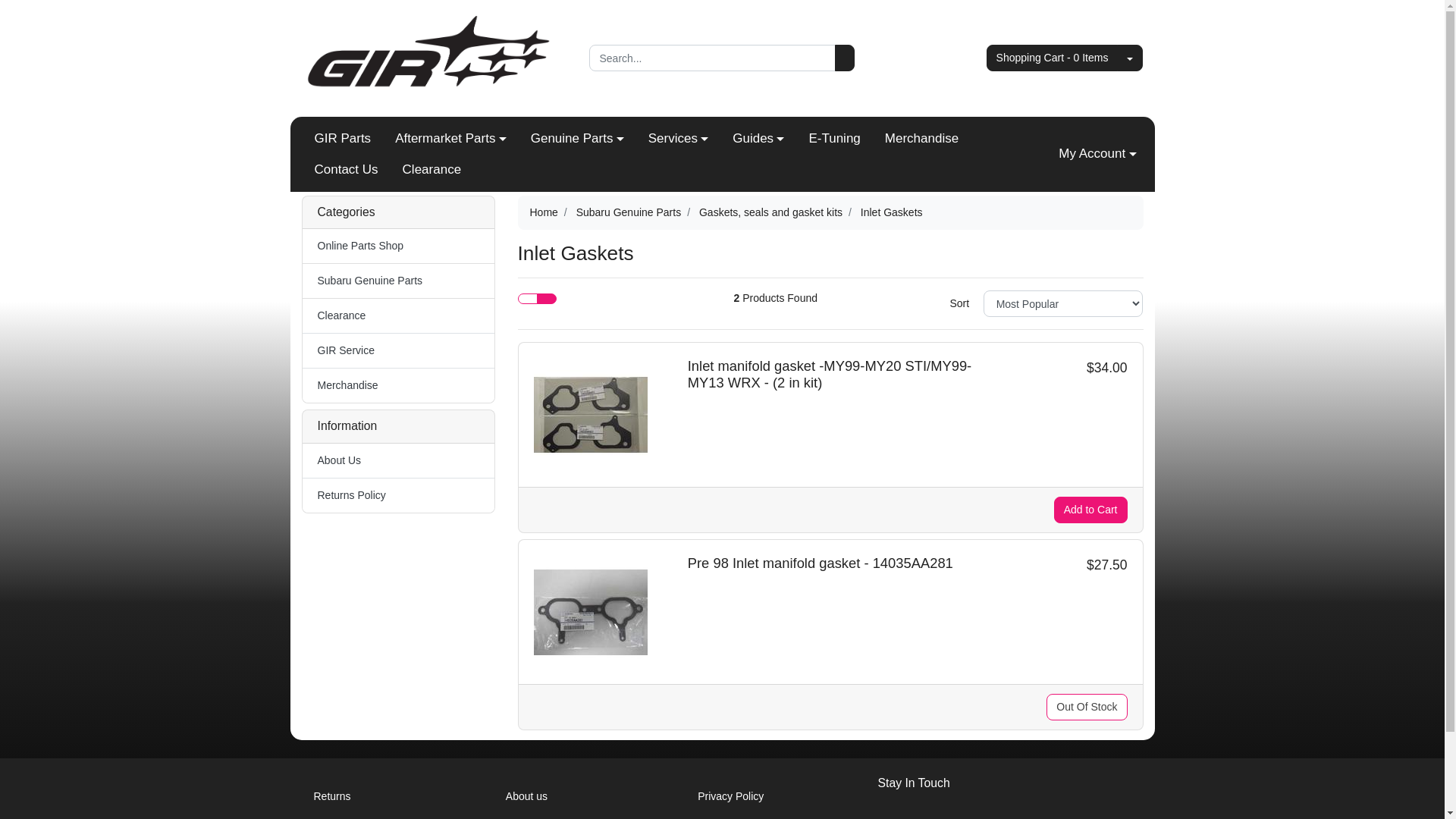  What do you see at coordinates (397, 245) in the screenshot?
I see `'Online Parts Shop'` at bounding box center [397, 245].